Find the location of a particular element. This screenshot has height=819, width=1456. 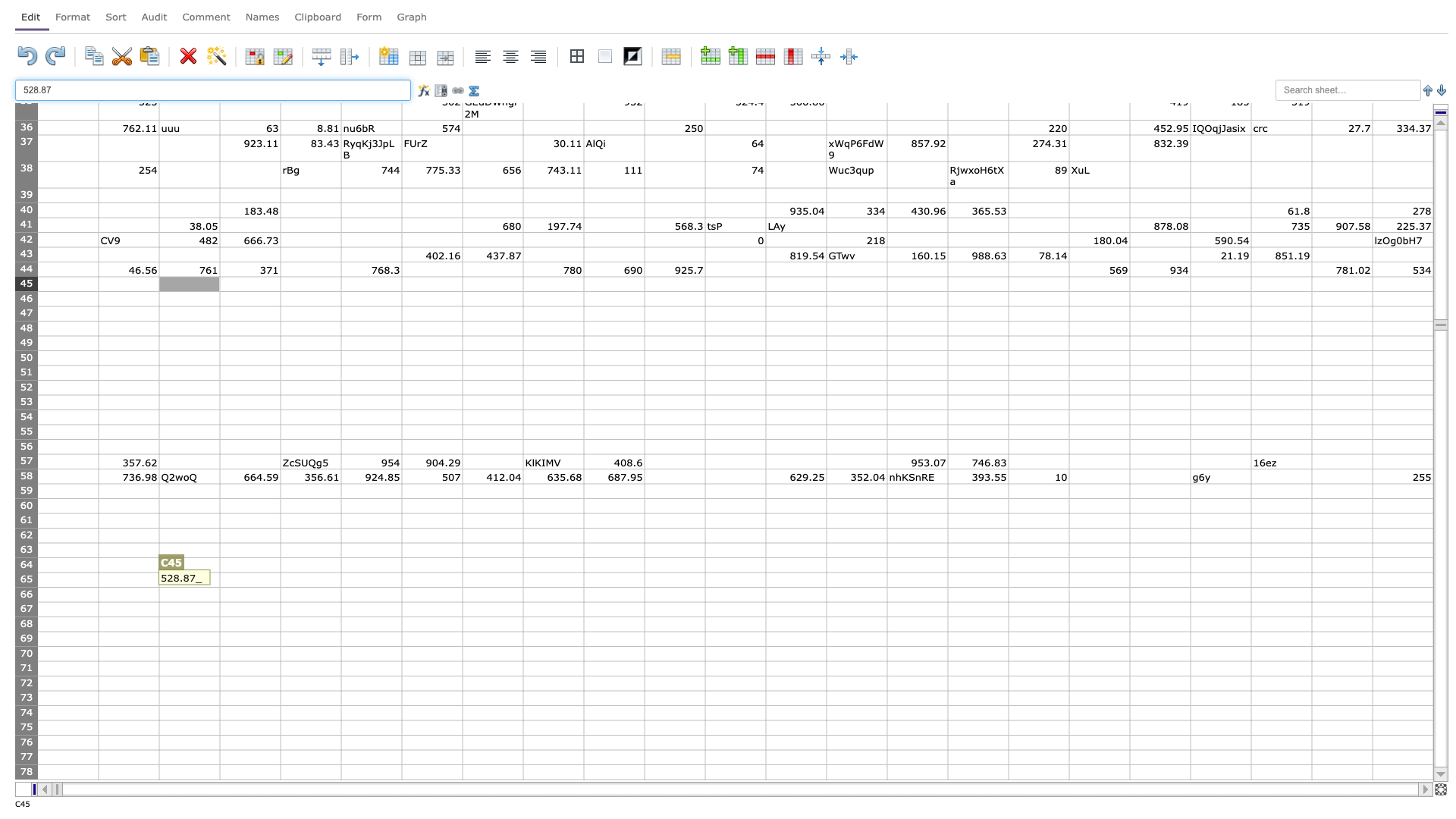

Fill handle of cell H-65 is located at coordinates (523, 586).